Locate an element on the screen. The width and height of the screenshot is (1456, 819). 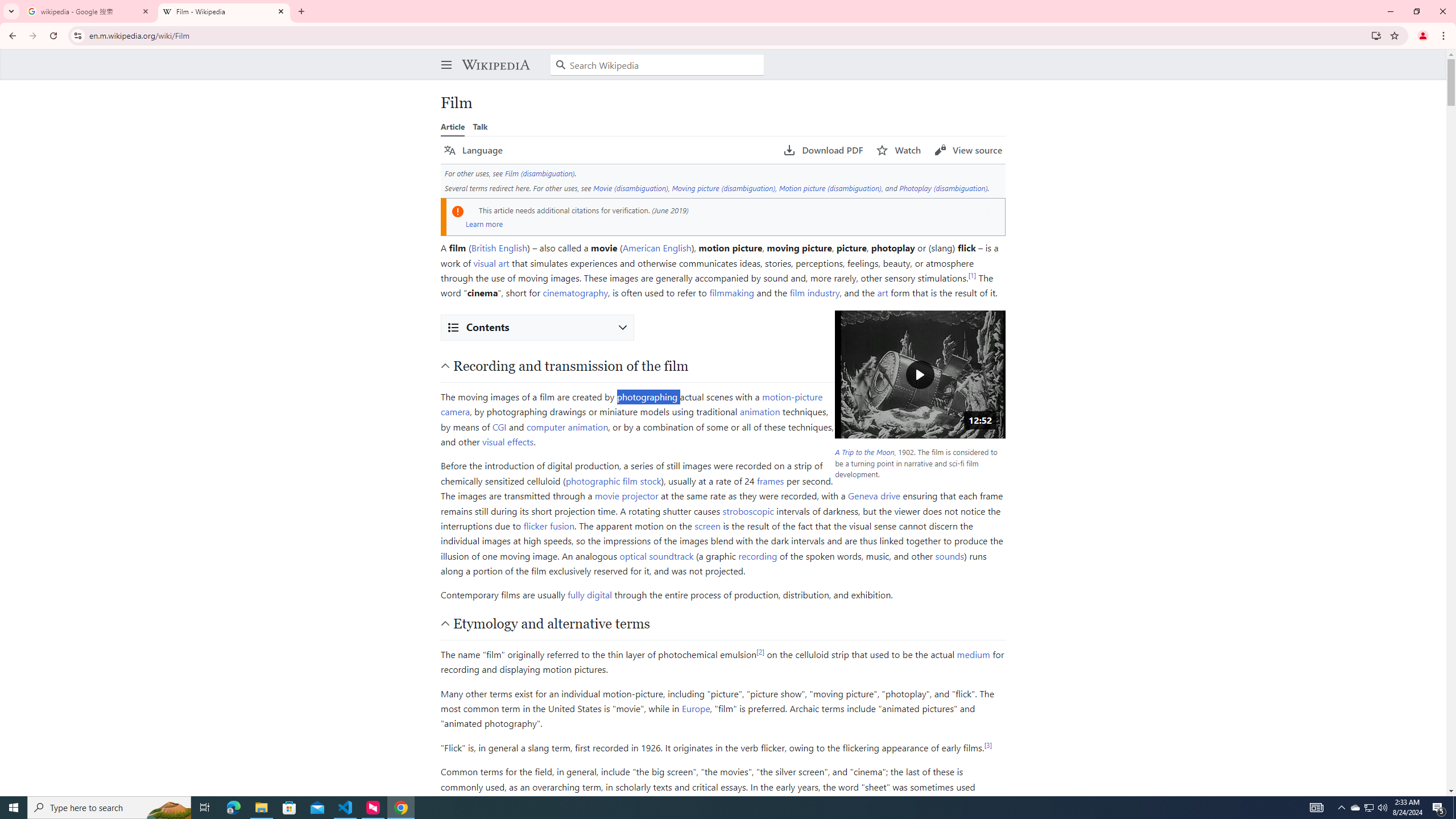
'frames' is located at coordinates (770, 479).